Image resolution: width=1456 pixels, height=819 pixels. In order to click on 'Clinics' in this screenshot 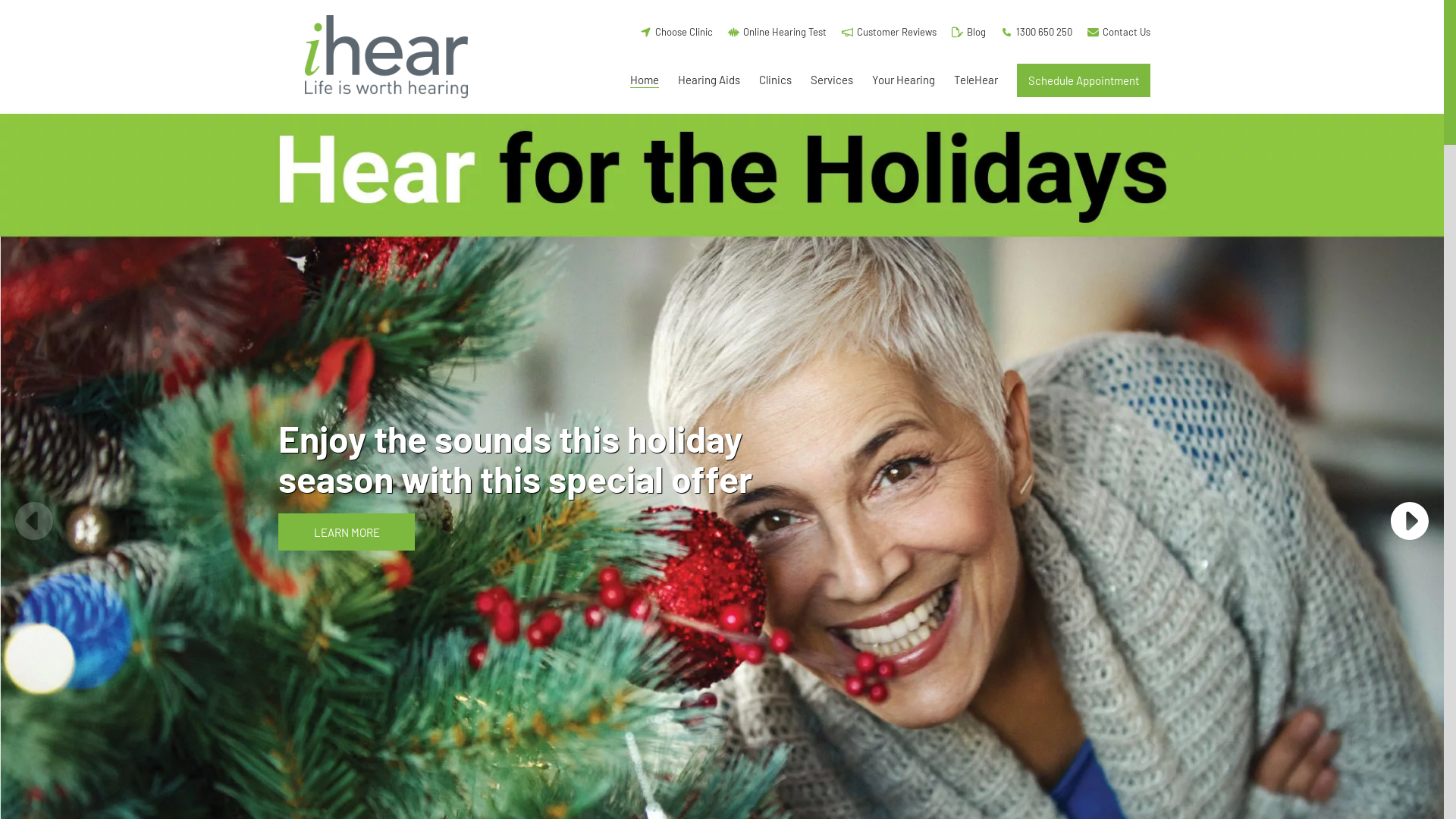, I will do `click(775, 80)`.